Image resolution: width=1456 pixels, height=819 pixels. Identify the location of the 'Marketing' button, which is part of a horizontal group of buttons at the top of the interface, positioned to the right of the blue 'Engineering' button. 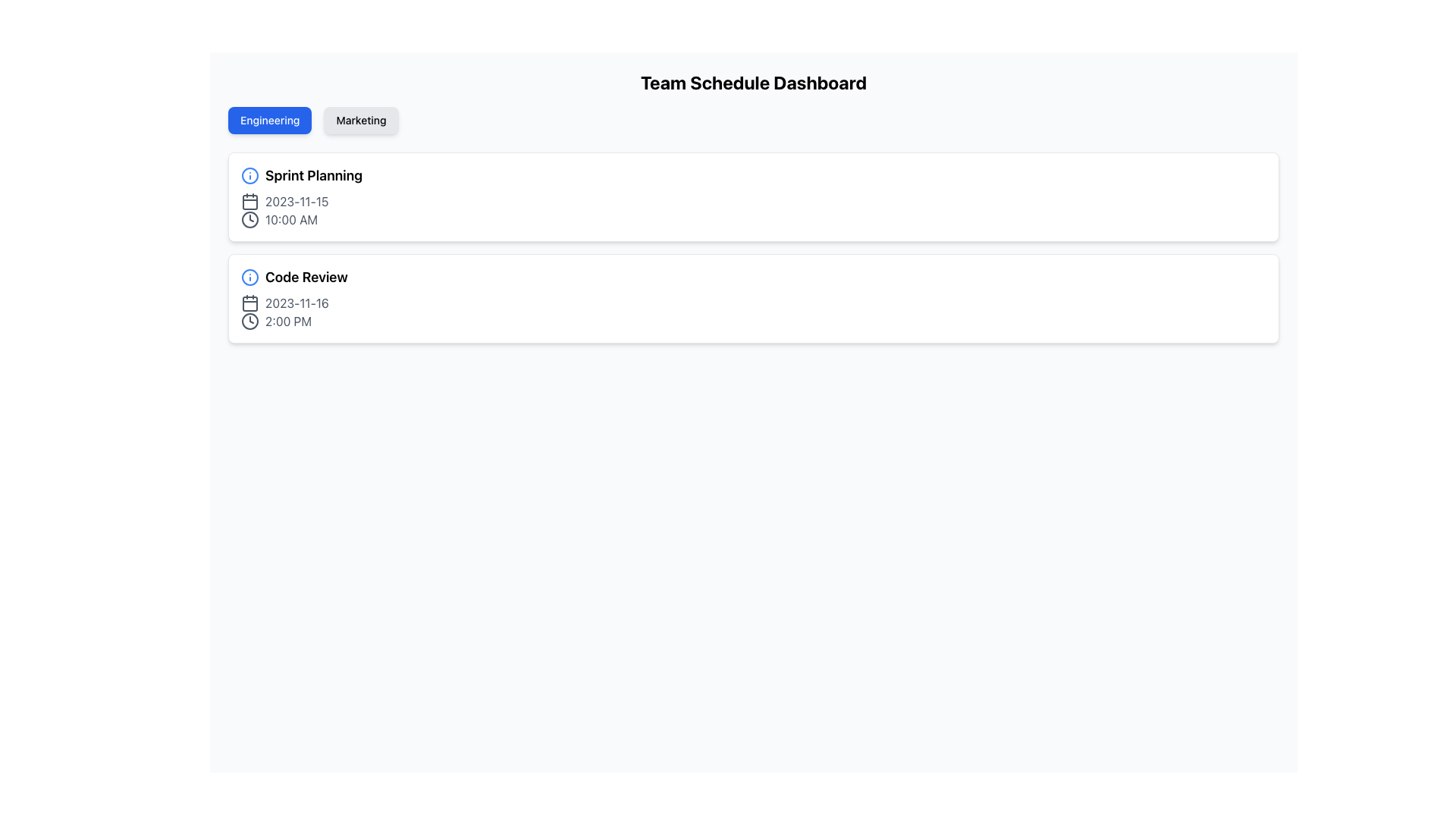
(360, 119).